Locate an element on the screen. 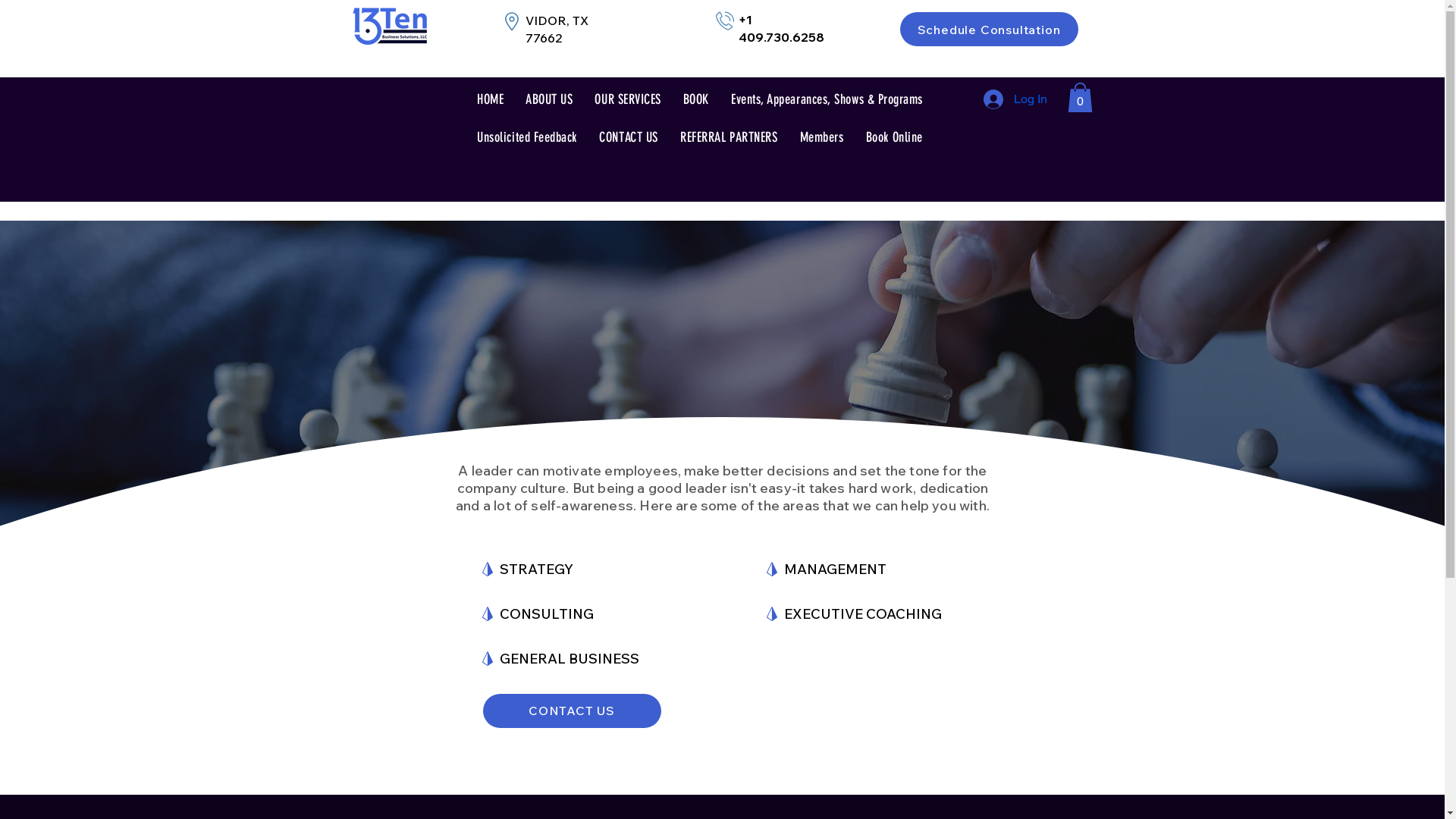  'Members' is located at coordinates (821, 137).